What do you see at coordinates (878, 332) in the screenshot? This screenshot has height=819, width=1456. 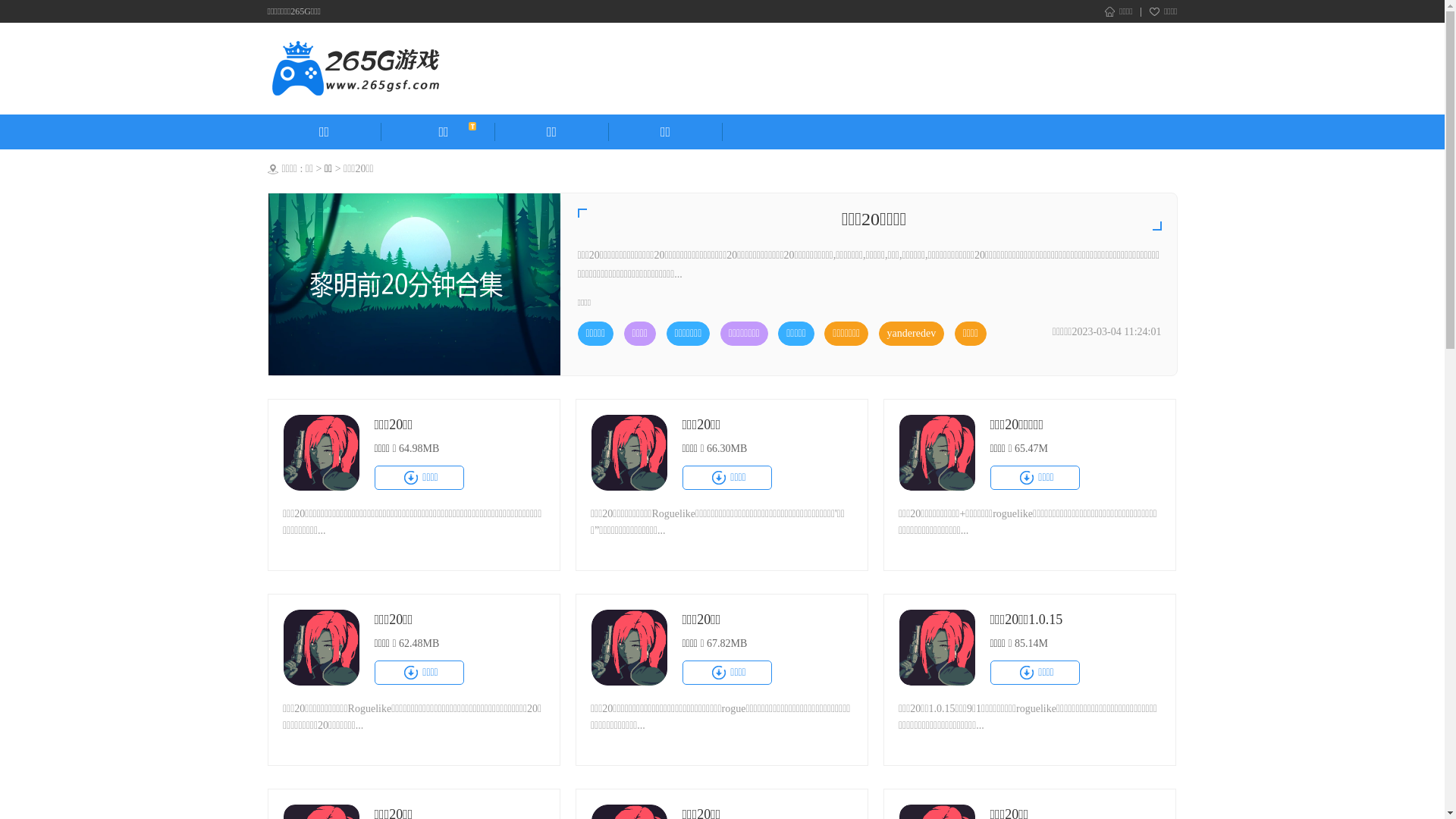 I see `'yanderedev'` at bounding box center [878, 332].